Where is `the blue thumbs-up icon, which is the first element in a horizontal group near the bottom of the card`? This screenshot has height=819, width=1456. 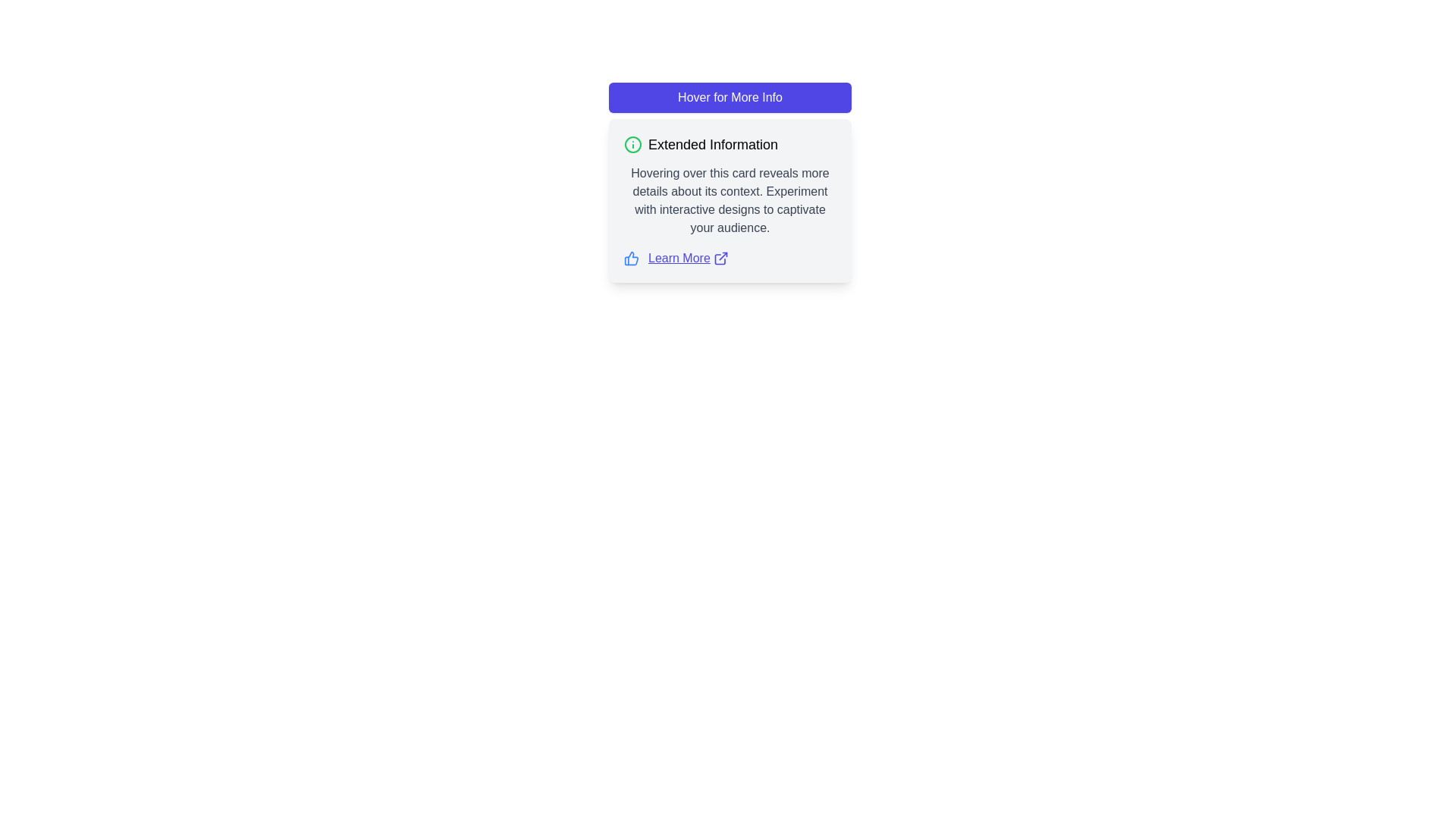 the blue thumbs-up icon, which is the first element in a horizontal group near the bottom of the card is located at coordinates (632, 257).